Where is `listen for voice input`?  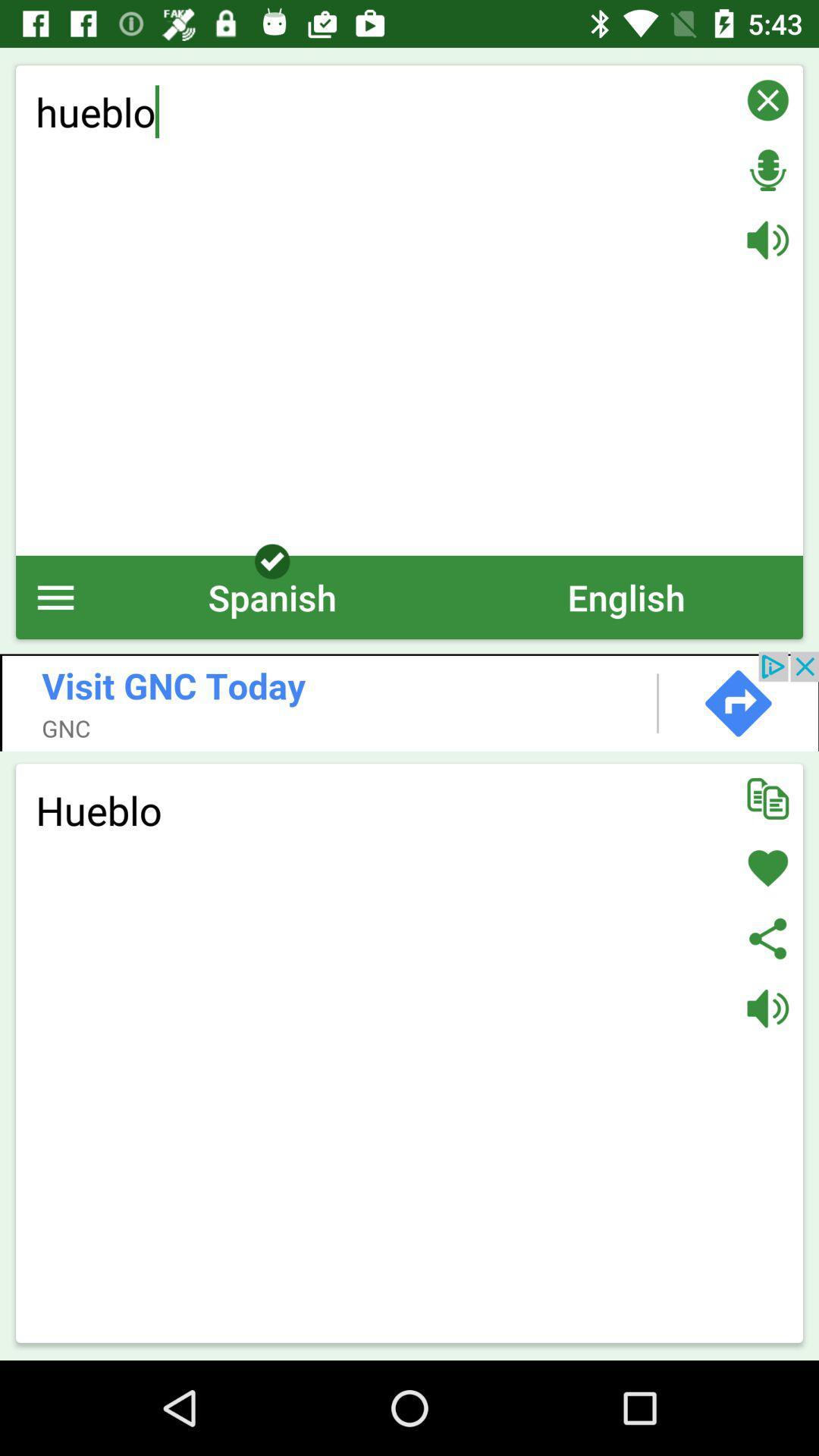 listen for voice input is located at coordinates (767, 170).